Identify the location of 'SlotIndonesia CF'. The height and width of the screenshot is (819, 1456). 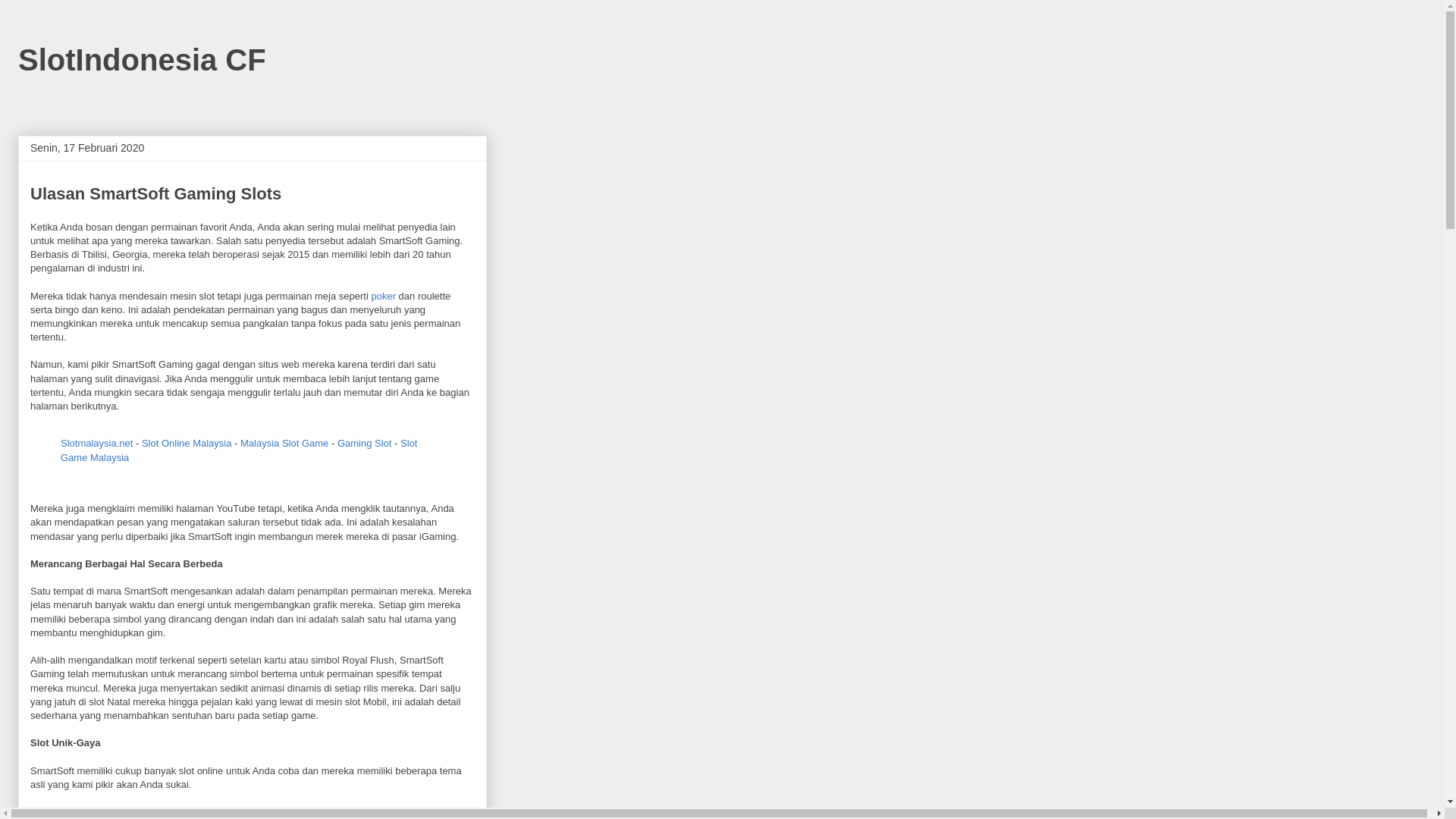
(142, 58).